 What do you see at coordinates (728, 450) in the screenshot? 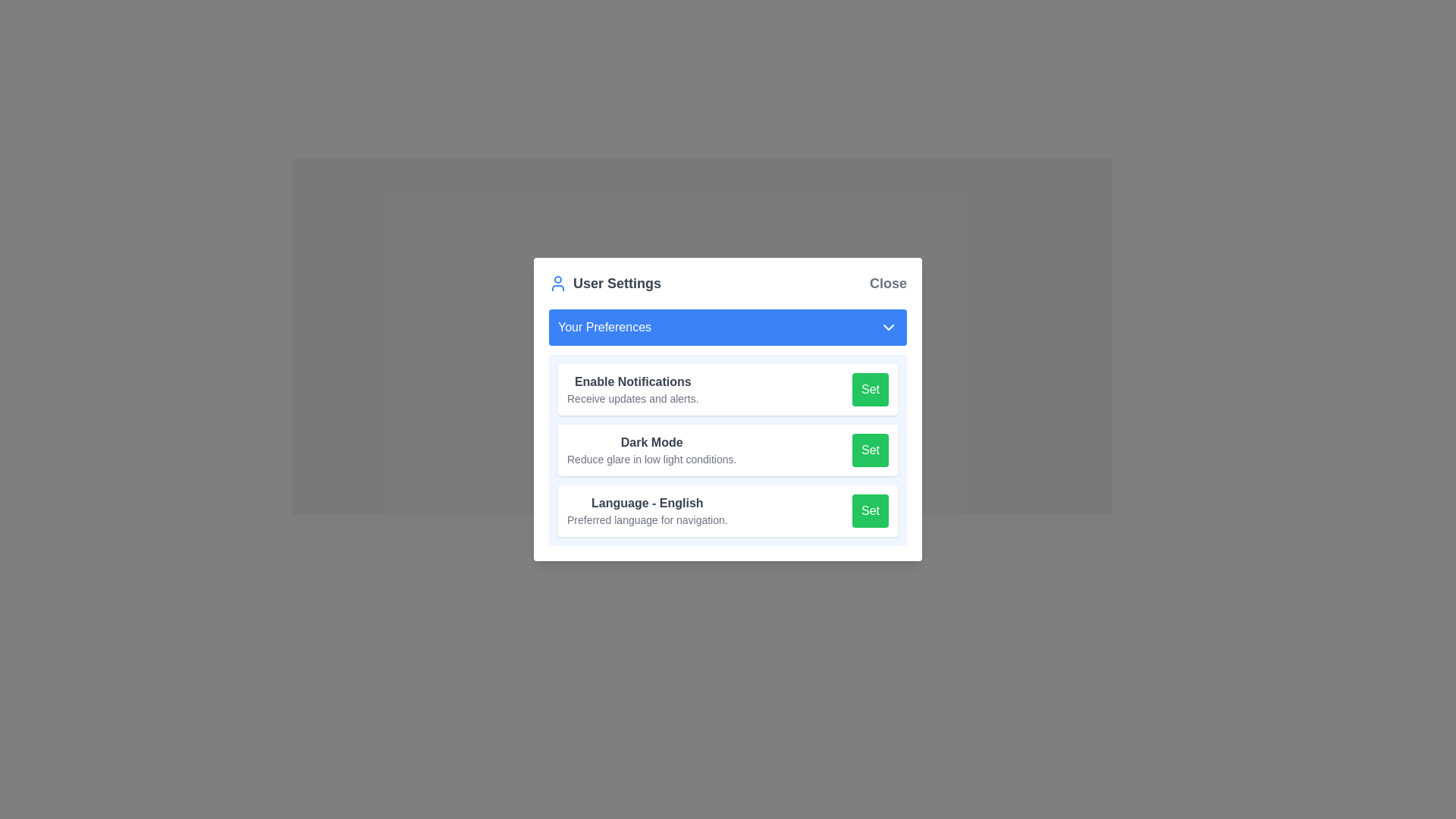
I see `the 'Dark Mode' setting option button, which is located between 'Enable Notifications' and 'Language - English' in the settings menu` at bounding box center [728, 450].